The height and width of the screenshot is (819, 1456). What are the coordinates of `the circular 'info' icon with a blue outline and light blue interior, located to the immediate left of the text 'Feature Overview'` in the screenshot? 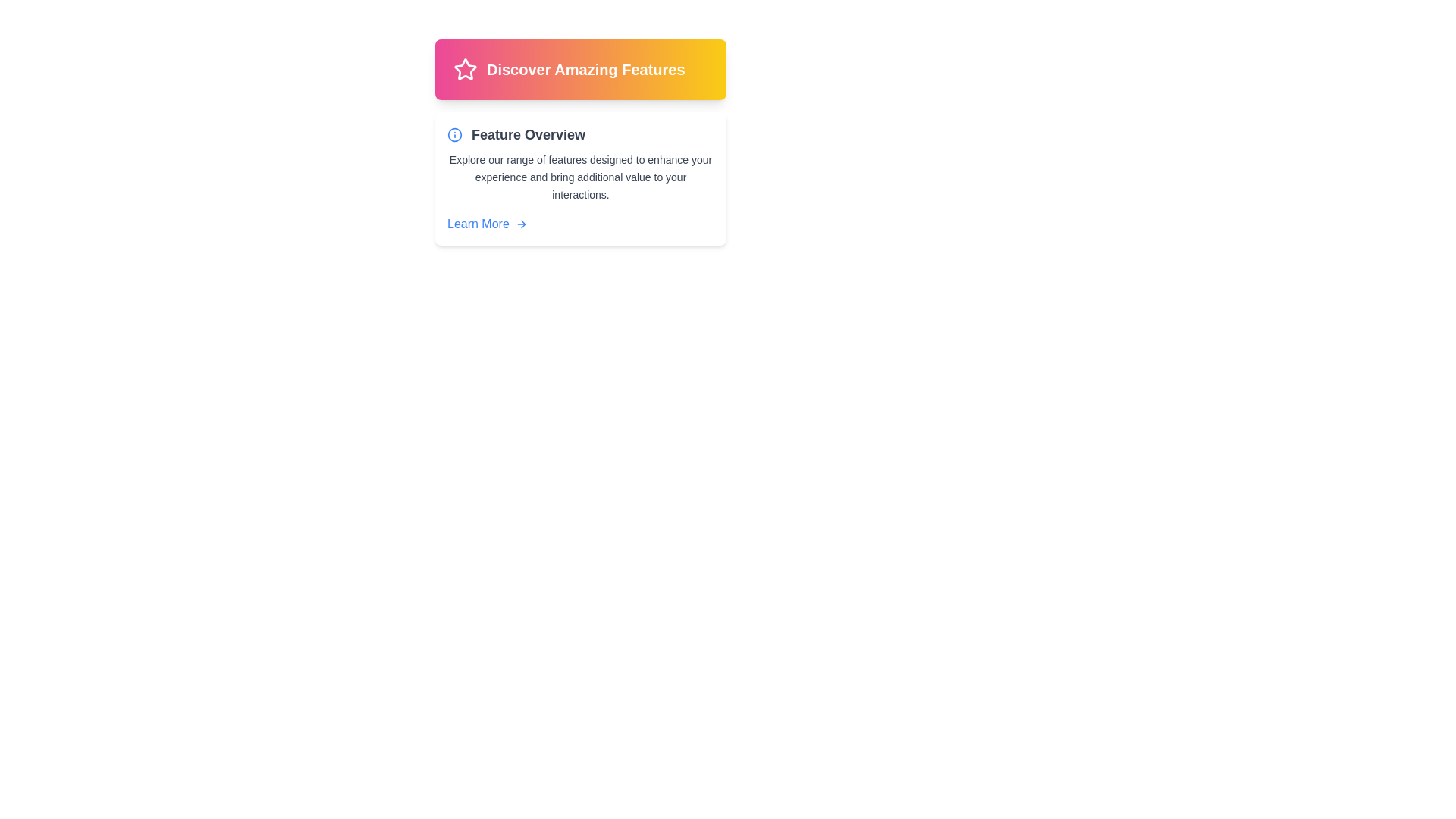 It's located at (454, 133).